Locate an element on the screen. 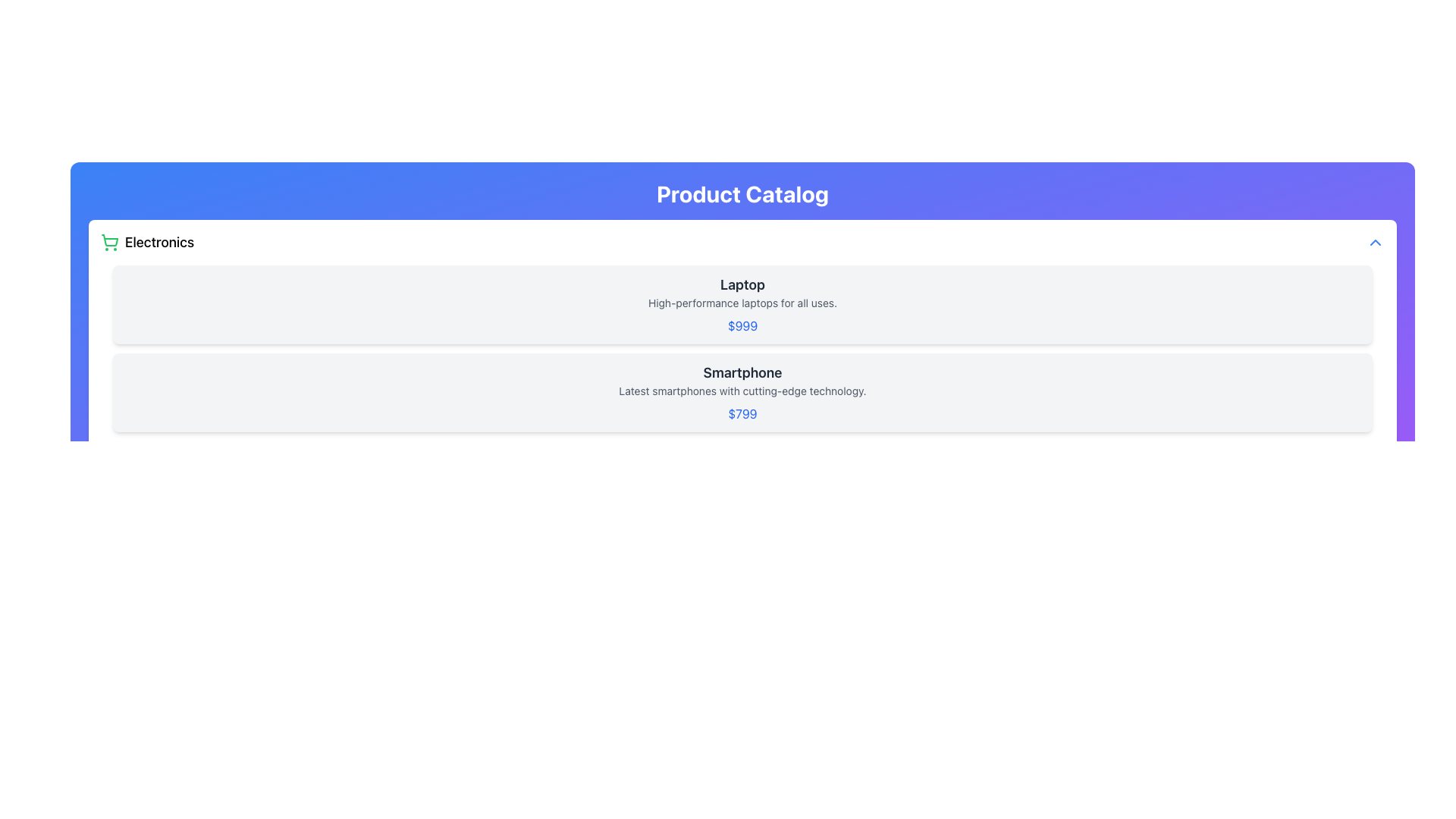 The width and height of the screenshot is (1456, 819). supplementary text label providing details about the 'Smartphone' item, which is located below the 'Smartphone' title and above the '$799' price label is located at coordinates (742, 391).